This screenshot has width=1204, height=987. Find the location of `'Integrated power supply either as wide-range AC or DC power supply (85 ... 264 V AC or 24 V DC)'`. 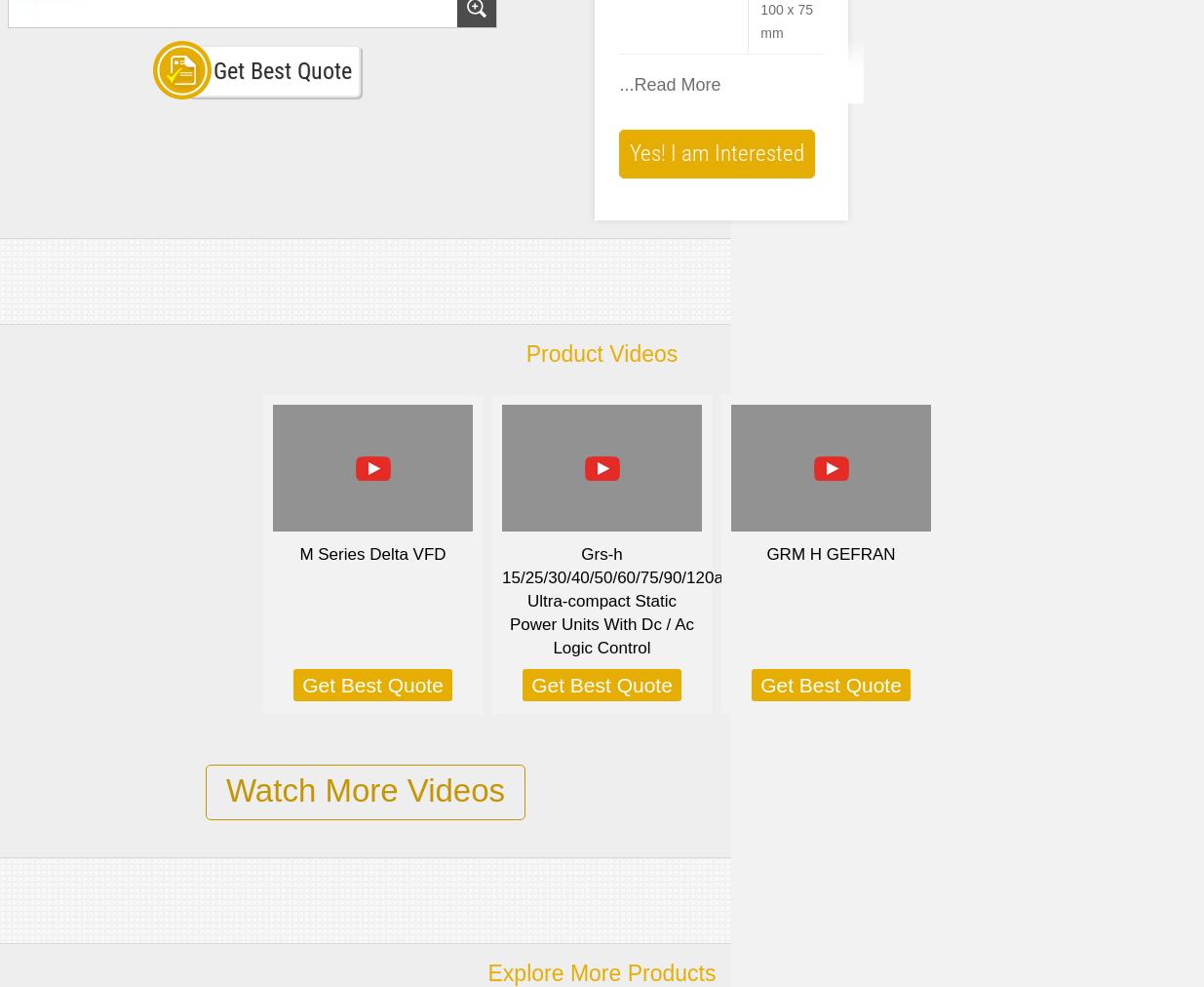

'Integrated power supply either as wide-range AC or DC power supply (85 ... 264 V AC or 24 V DC)' is located at coordinates (734, 252).